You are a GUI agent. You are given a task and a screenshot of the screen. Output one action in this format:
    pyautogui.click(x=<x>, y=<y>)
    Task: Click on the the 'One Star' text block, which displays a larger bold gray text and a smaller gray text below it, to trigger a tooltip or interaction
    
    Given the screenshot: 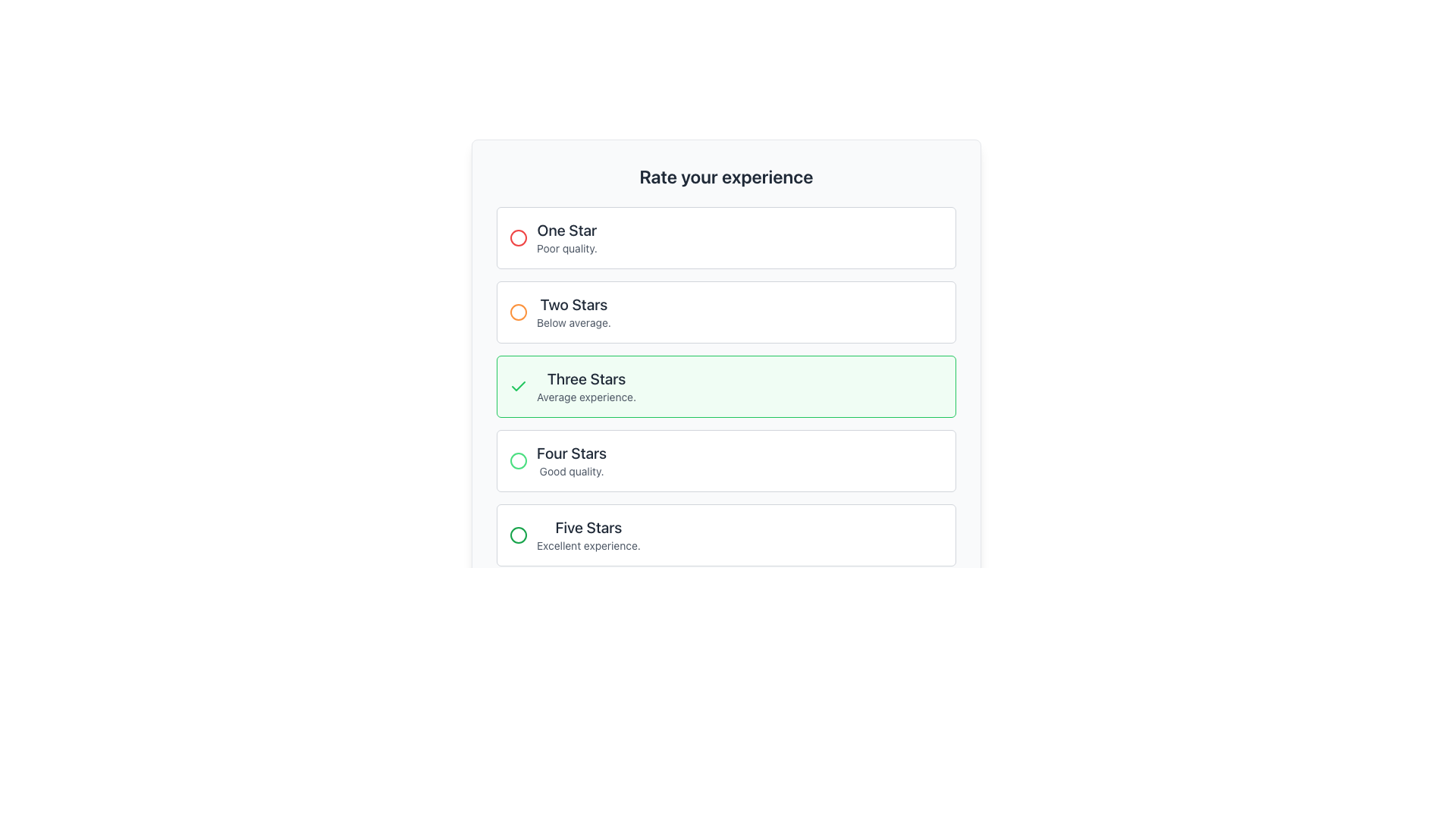 What is the action you would take?
    pyautogui.click(x=566, y=237)
    